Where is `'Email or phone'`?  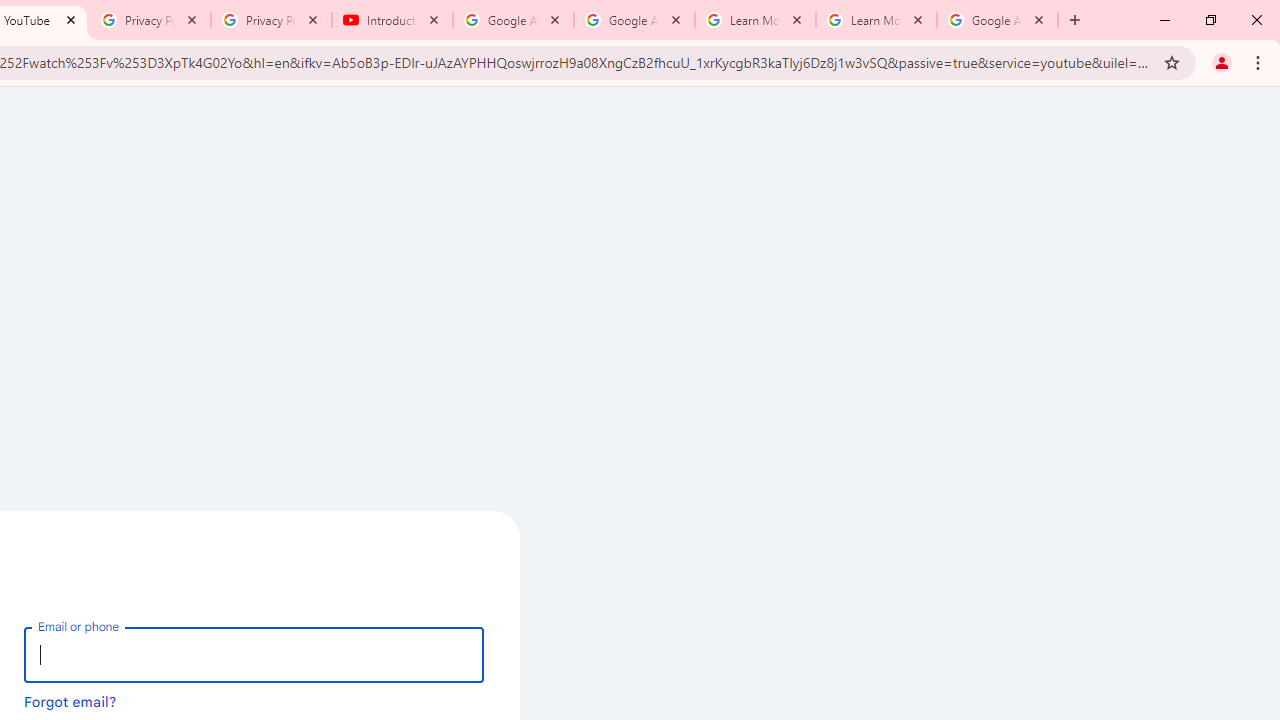
'Email or phone' is located at coordinates (253, 654).